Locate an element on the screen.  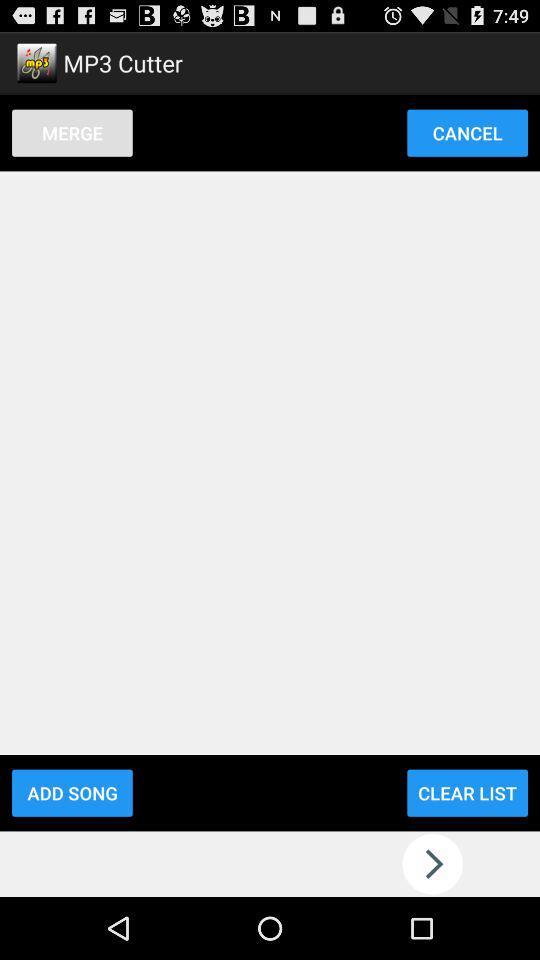
the item at the bottom left corner is located at coordinates (71, 793).